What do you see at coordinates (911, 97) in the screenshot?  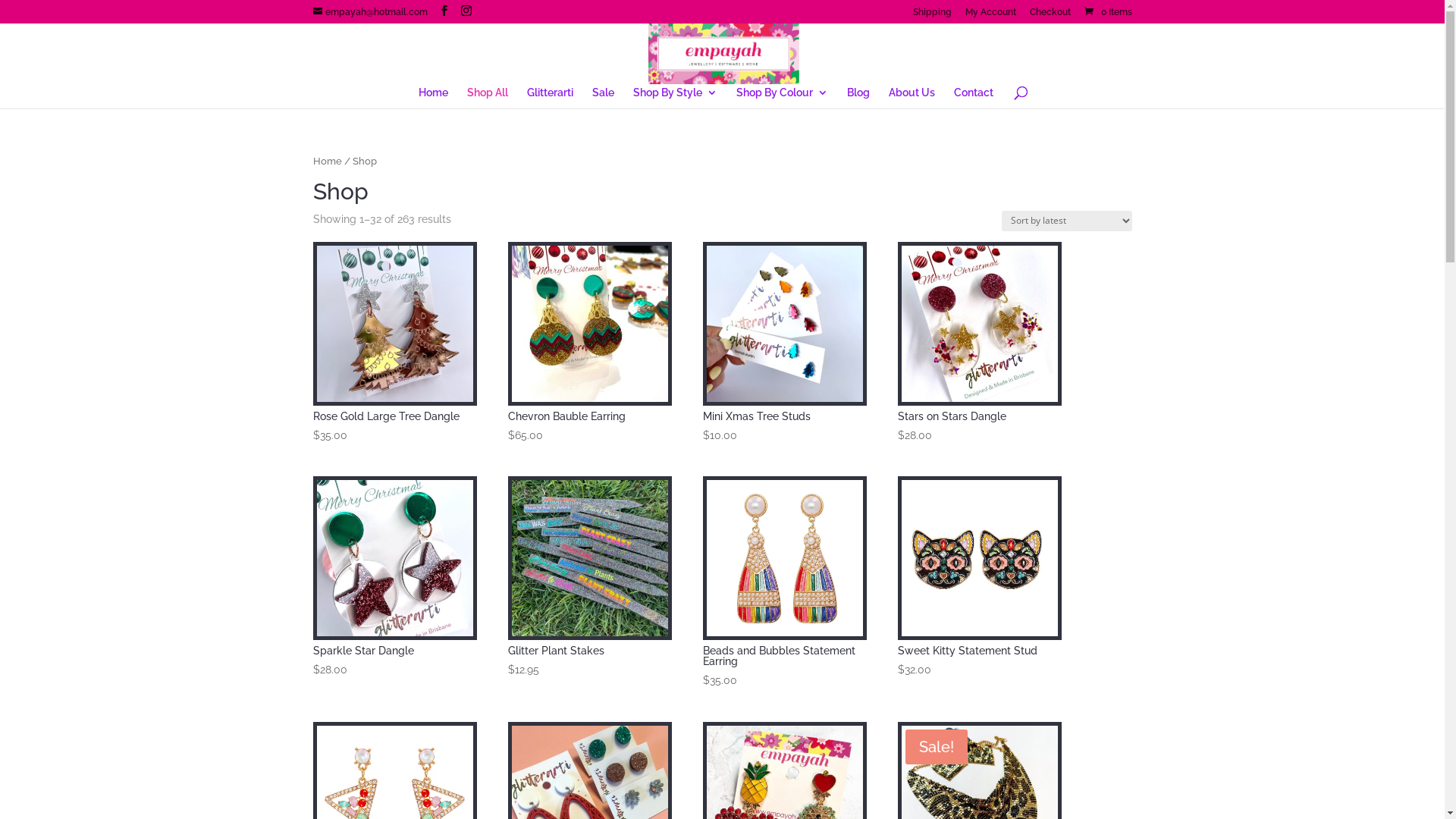 I see `'About Us'` at bounding box center [911, 97].